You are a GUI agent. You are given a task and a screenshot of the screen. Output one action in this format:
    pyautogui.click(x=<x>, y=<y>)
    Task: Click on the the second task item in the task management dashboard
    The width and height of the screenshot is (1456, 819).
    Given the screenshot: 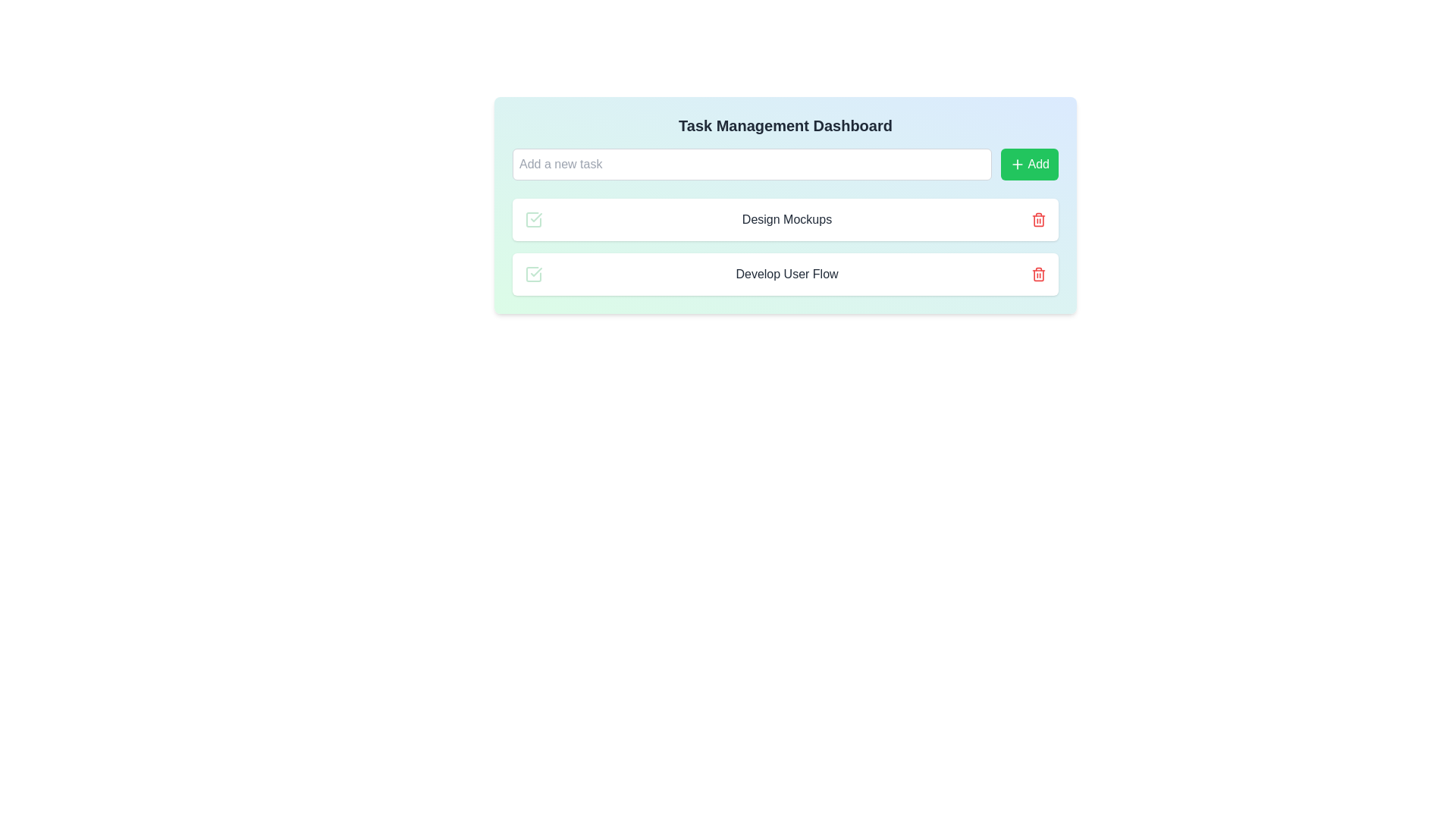 What is the action you would take?
    pyautogui.click(x=786, y=275)
    